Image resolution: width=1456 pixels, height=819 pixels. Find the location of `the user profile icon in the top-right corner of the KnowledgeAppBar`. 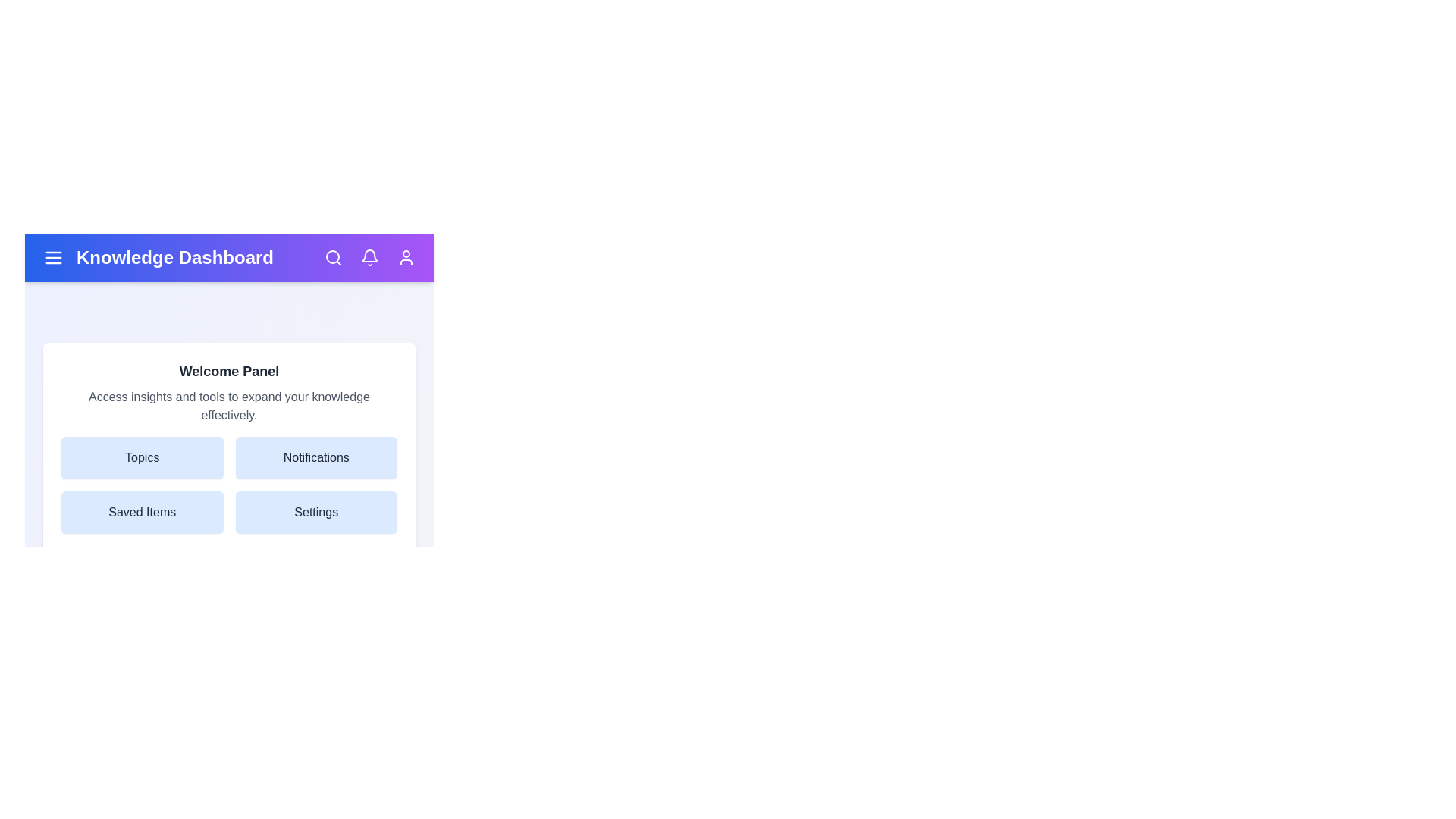

the user profile icon in the top-right corner of the KnowledgeAppBar is located at coordinates (406, 256).